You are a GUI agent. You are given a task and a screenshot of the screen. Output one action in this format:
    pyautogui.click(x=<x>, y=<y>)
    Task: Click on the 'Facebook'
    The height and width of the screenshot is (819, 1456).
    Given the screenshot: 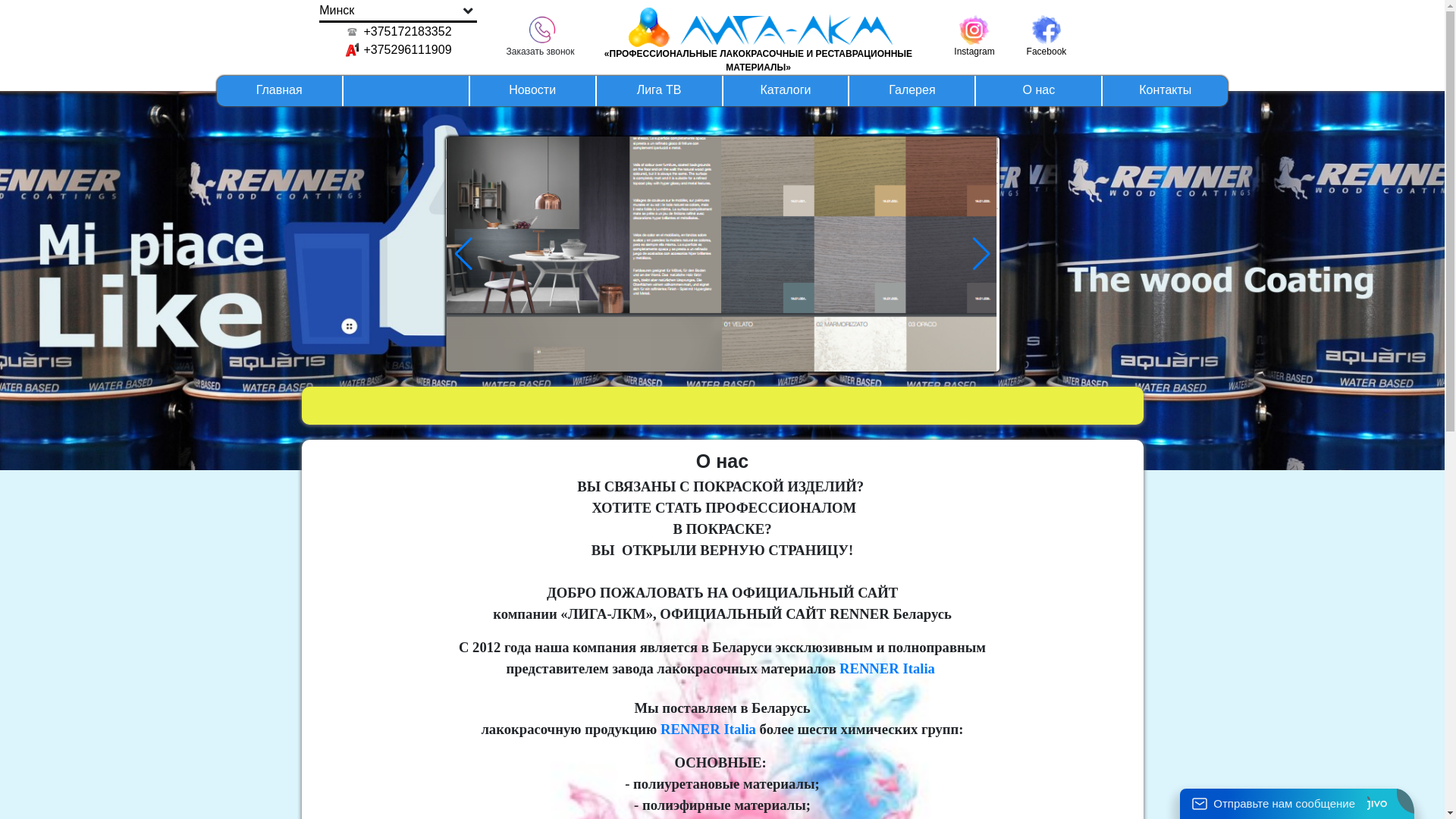 What is the action you would take?
    pyautogui.click(x=1045, y=29)
    